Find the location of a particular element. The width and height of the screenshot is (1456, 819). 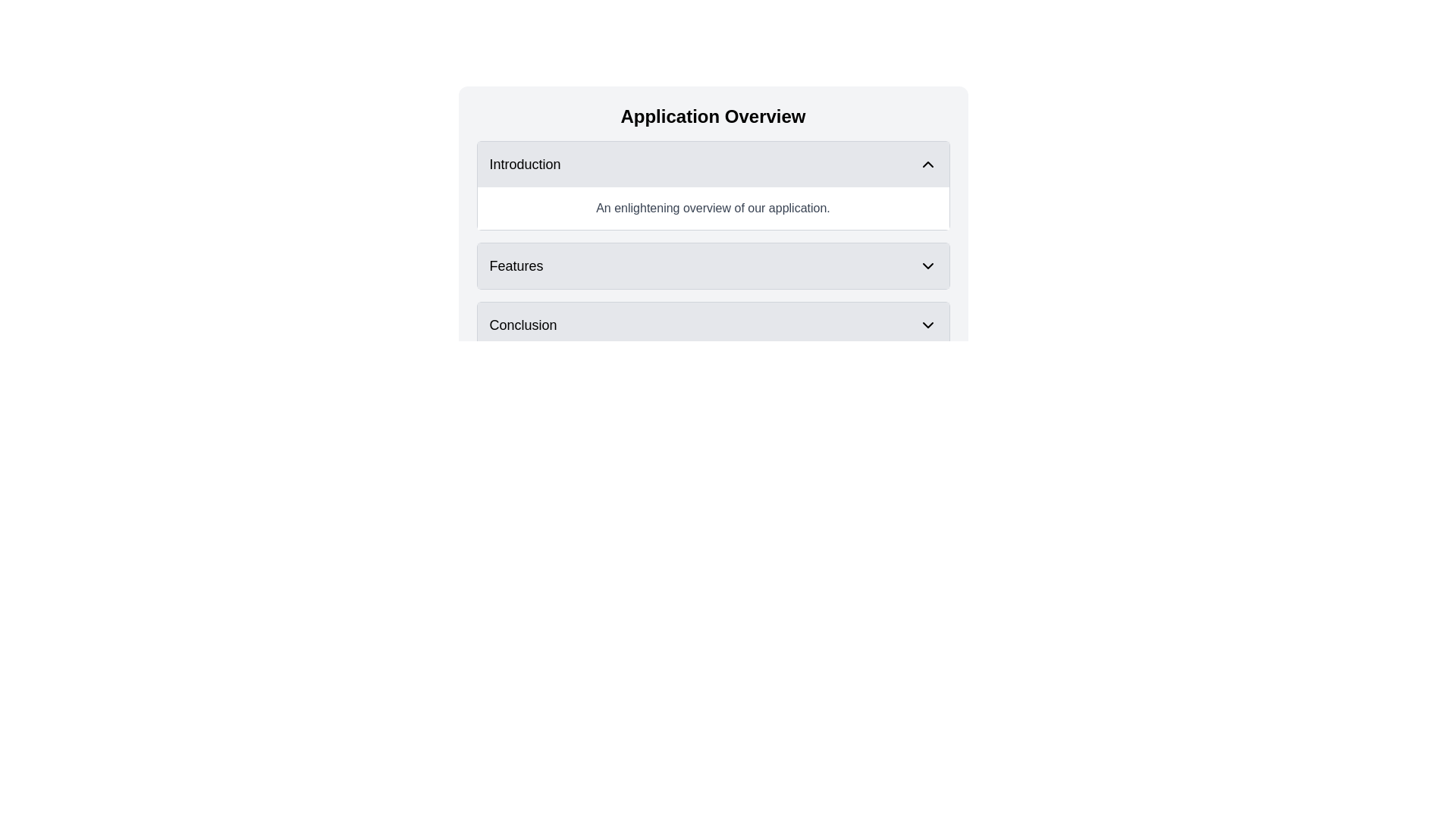

the downward-pointing chevron icon located at the right side of the 'Conclusion' section in a collapsible panel is located at coordinates (927, 324).